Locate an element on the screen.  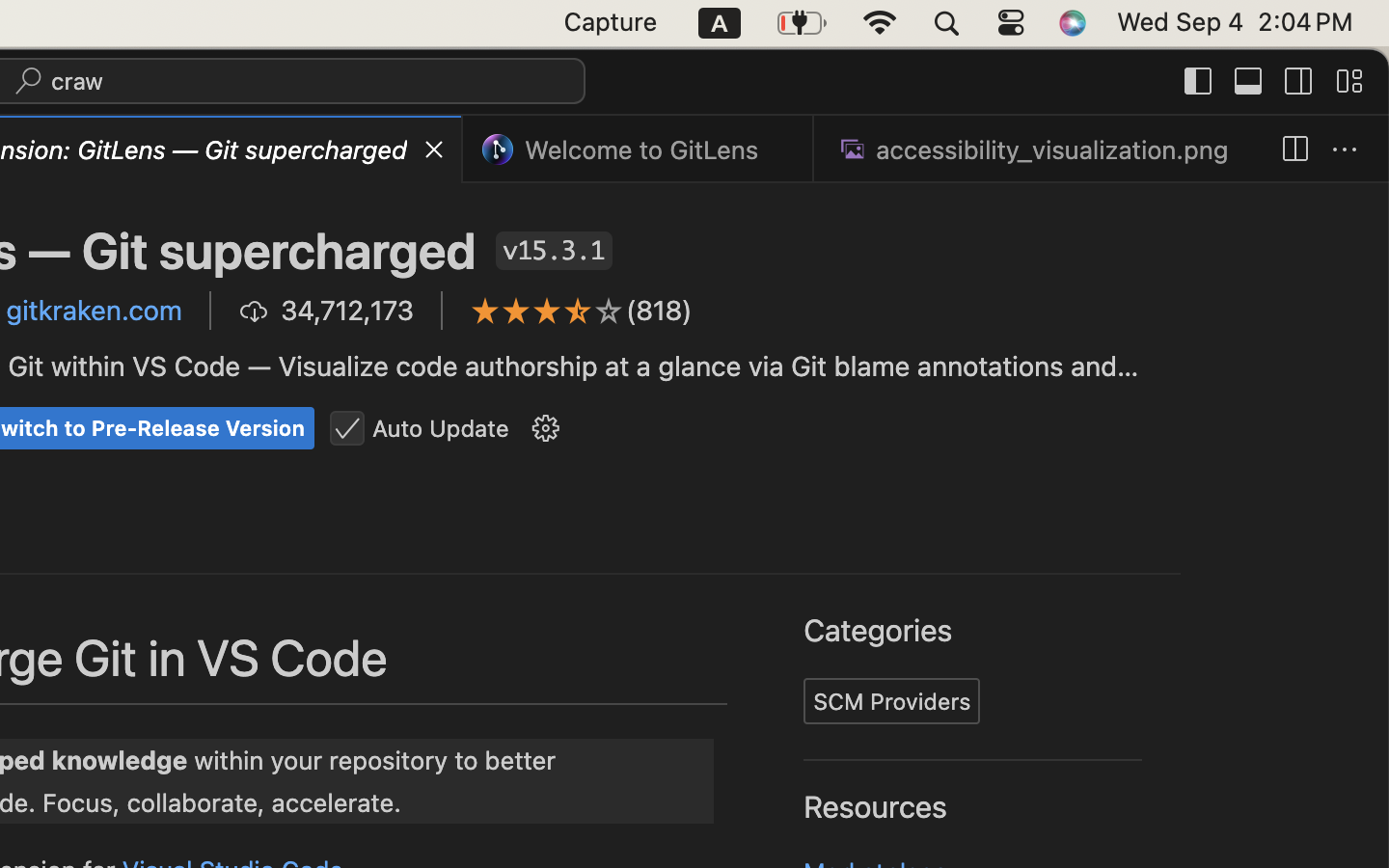
'' is located at coordinates (547, 310).